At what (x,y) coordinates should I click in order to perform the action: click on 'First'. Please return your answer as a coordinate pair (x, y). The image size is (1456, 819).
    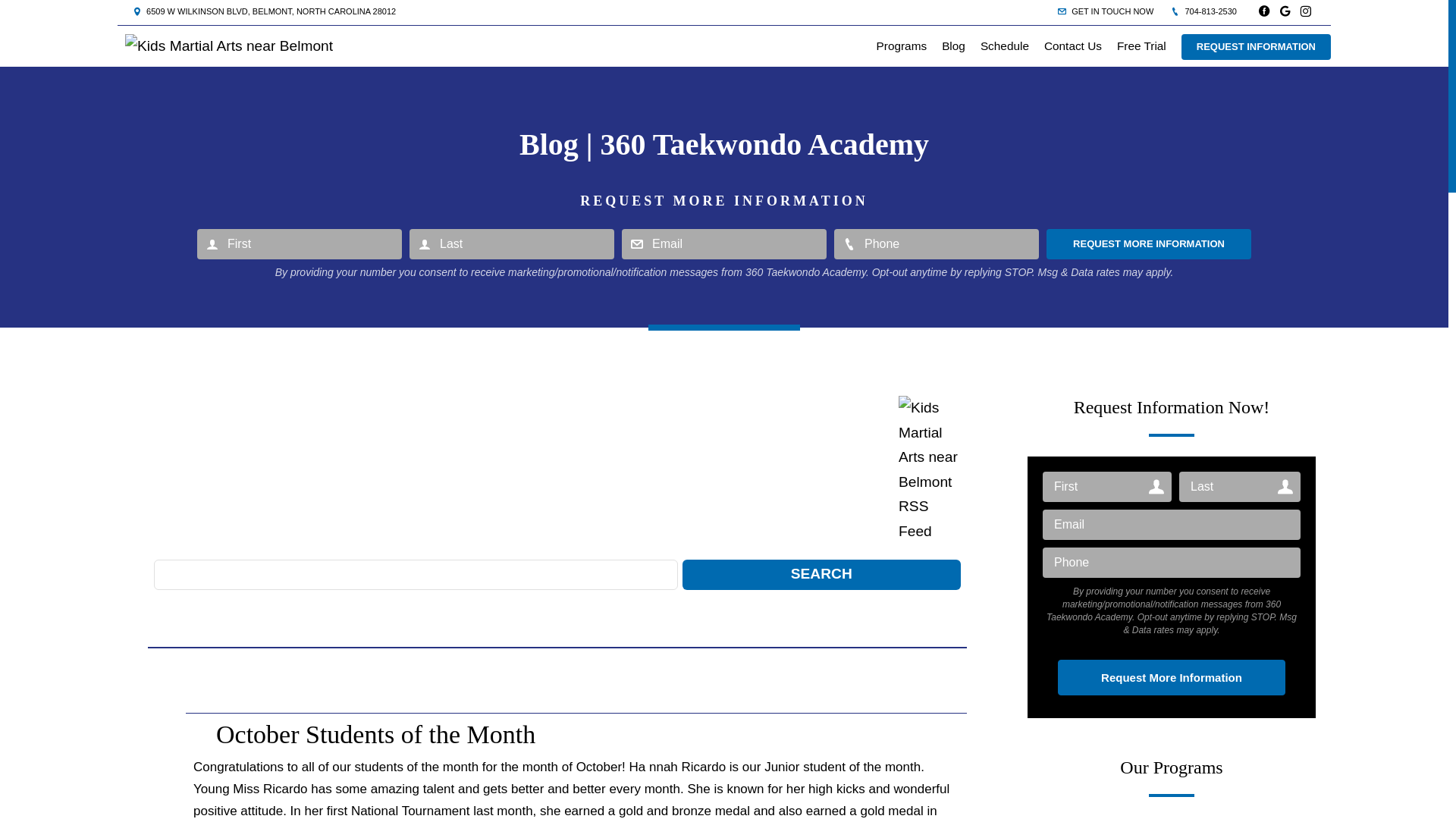
    Looking at the image, I should click on (196, 243).